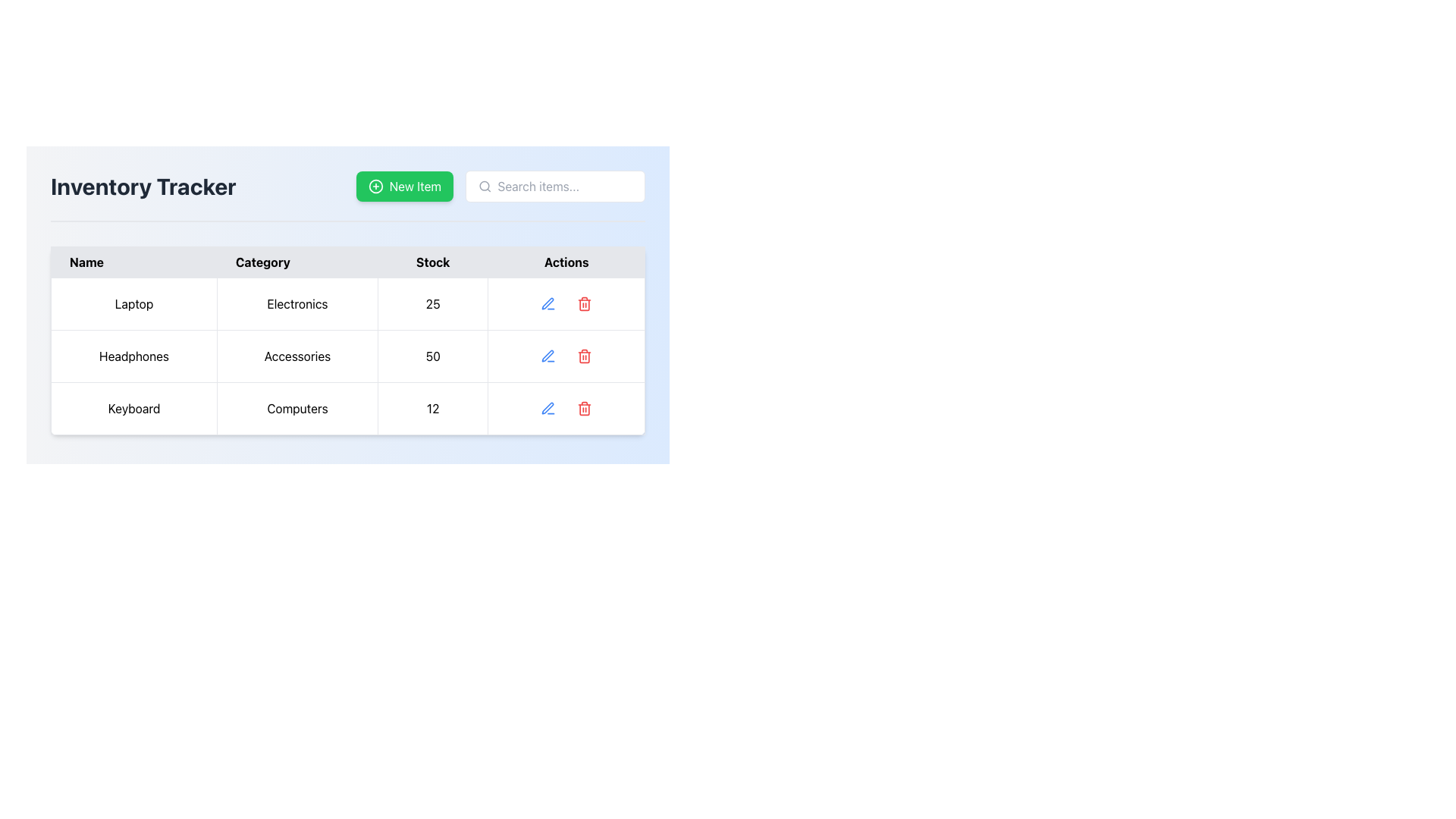  I want to click on the table cell displaying the stock quantity for the 'Headphones' item, located in the third column of the second row under the 'Stock' header, so click(432, 356).